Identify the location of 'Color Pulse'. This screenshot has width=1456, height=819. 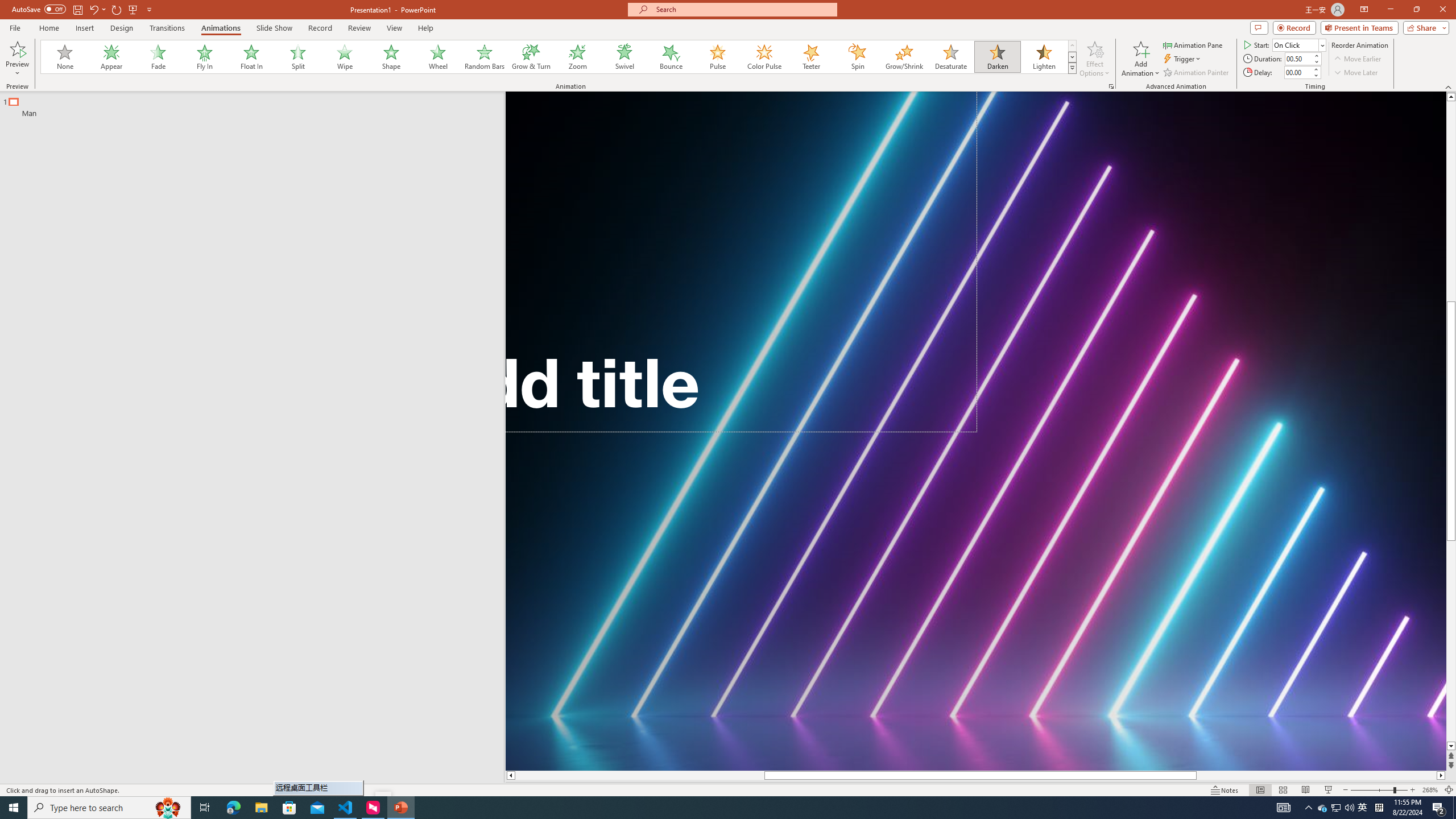
(764, 56).